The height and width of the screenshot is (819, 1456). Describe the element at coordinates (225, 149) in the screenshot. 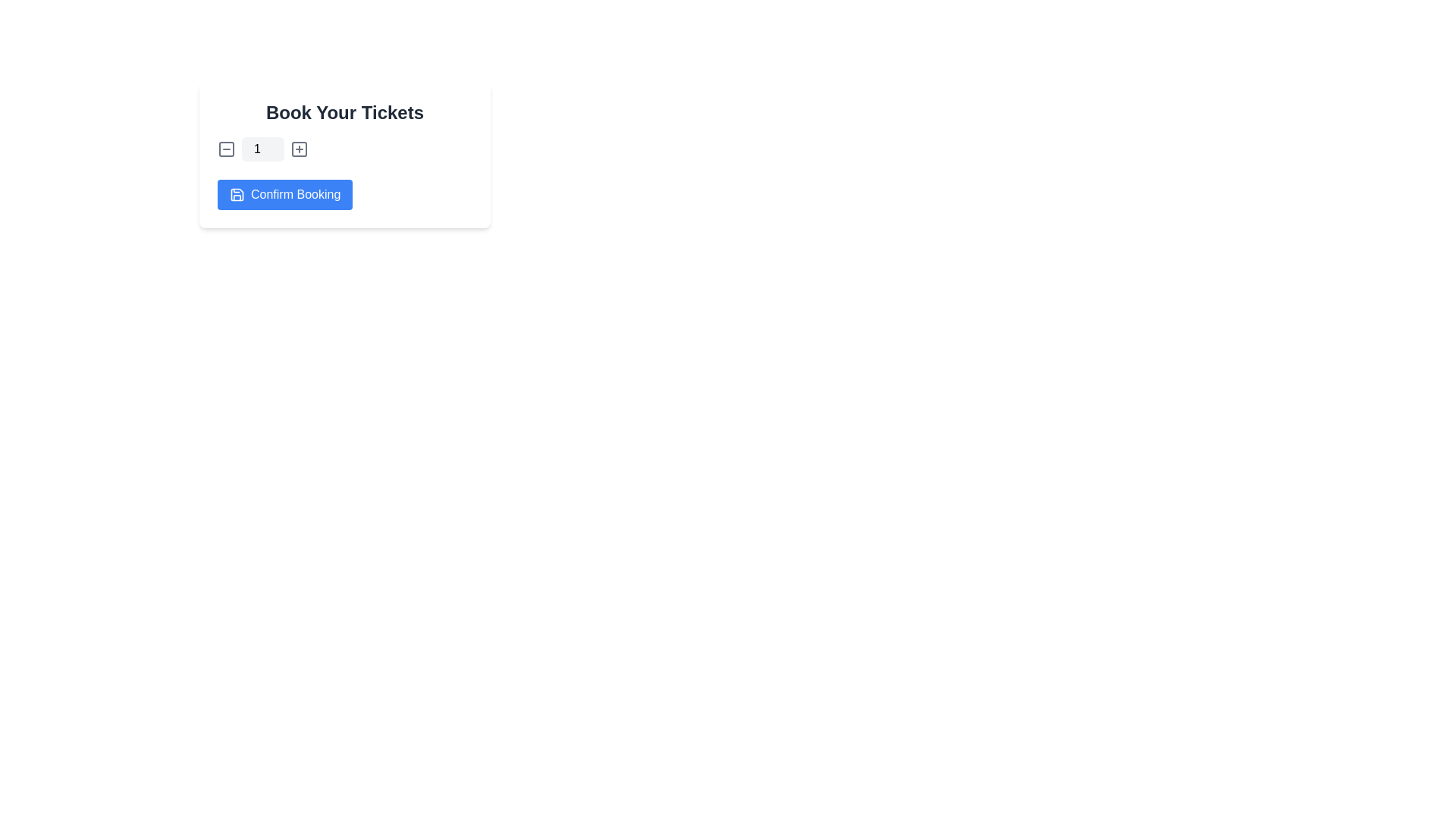

I see `the decrement button located under the 'Book Your Tickets' heading, which is the first element in the group before the numeric input box displaying '1'` at that location.